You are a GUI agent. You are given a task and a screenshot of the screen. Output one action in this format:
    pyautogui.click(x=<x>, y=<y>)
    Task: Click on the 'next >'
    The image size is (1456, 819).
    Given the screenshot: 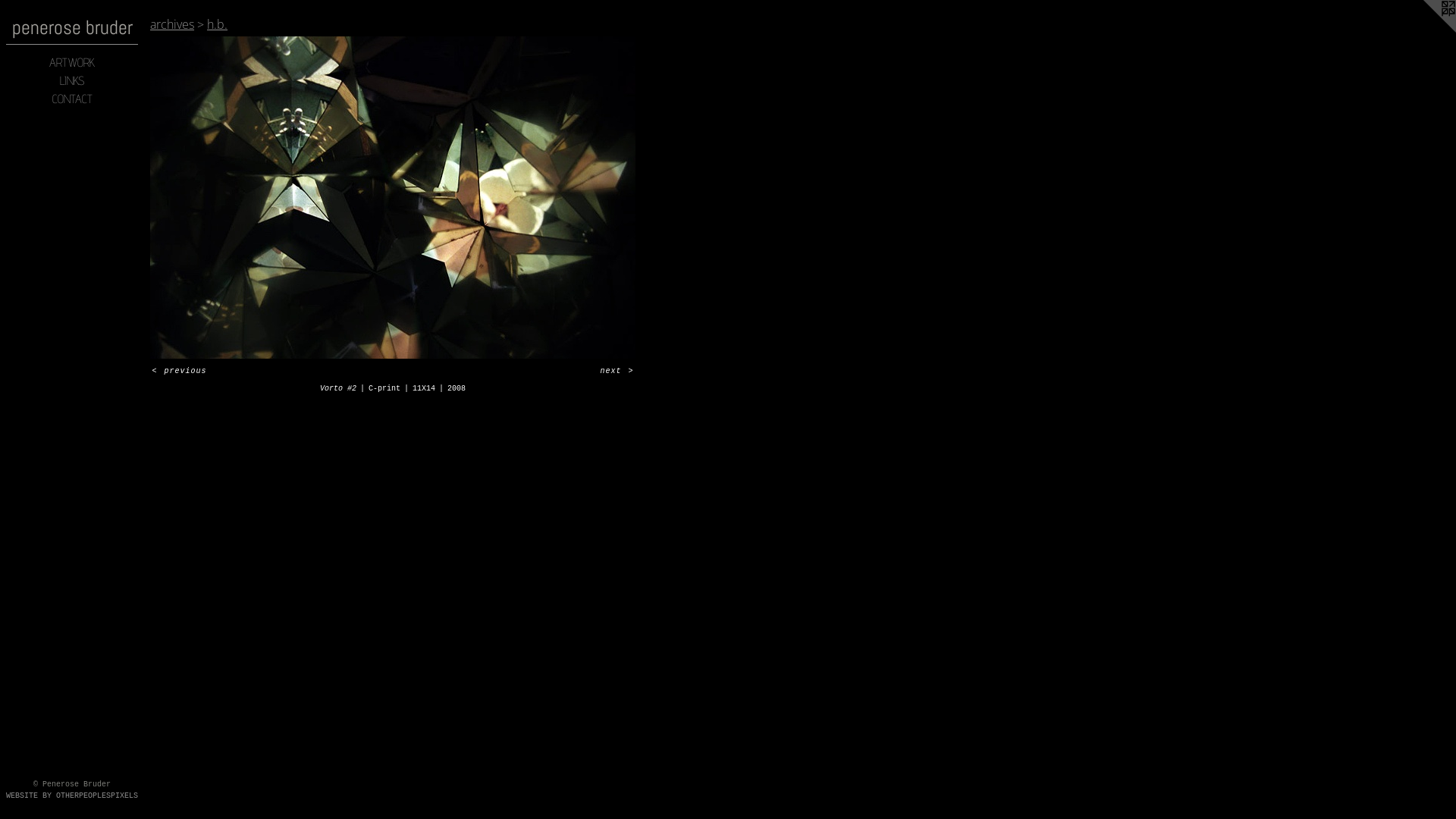 What is the action you would take?
    pyautogui.click(x=617, y=371)
    